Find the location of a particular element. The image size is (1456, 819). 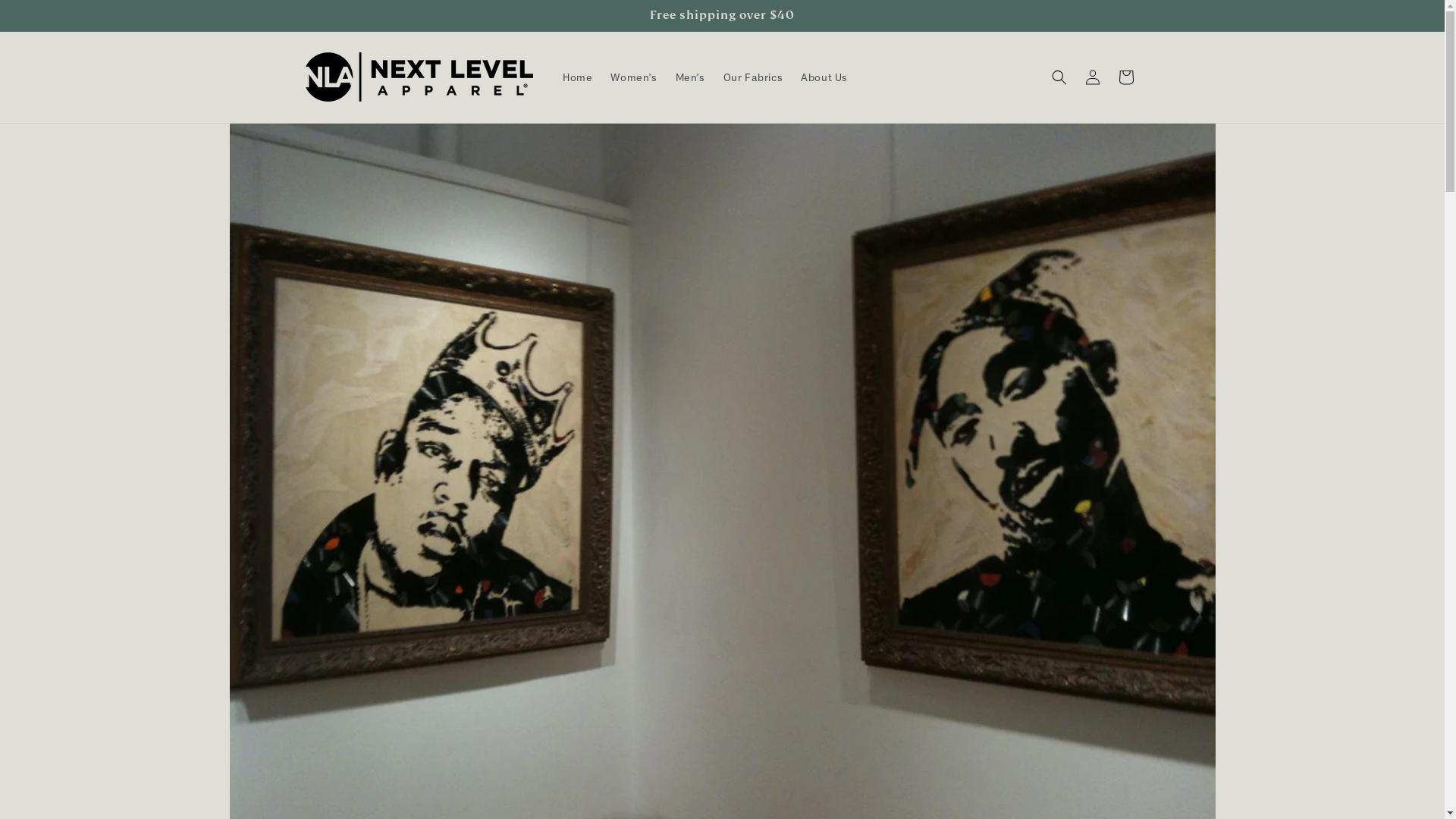

'Men's' is located at coordinates (689, 77).